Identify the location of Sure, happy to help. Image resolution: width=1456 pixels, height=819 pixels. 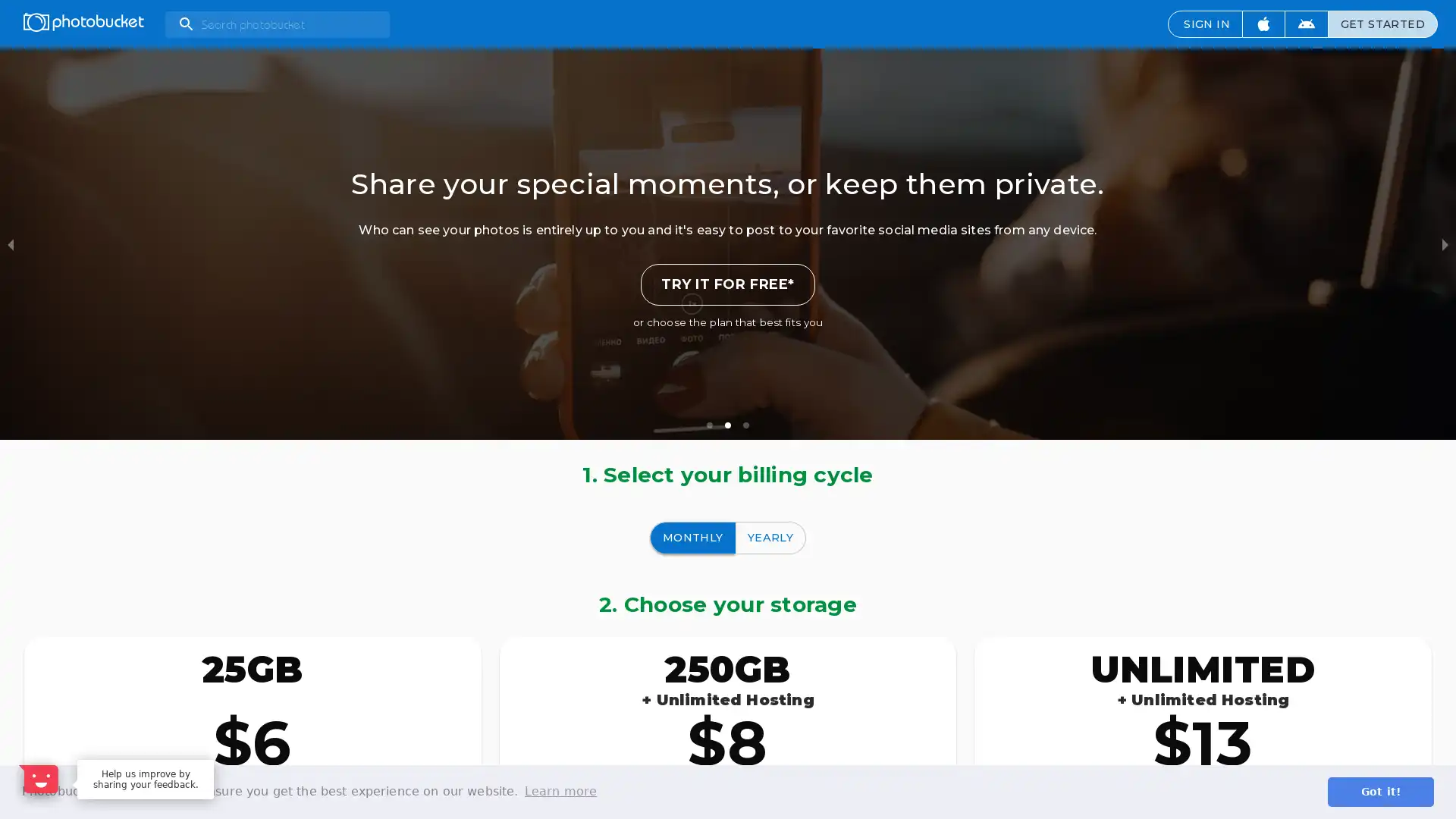
(1353, 759).